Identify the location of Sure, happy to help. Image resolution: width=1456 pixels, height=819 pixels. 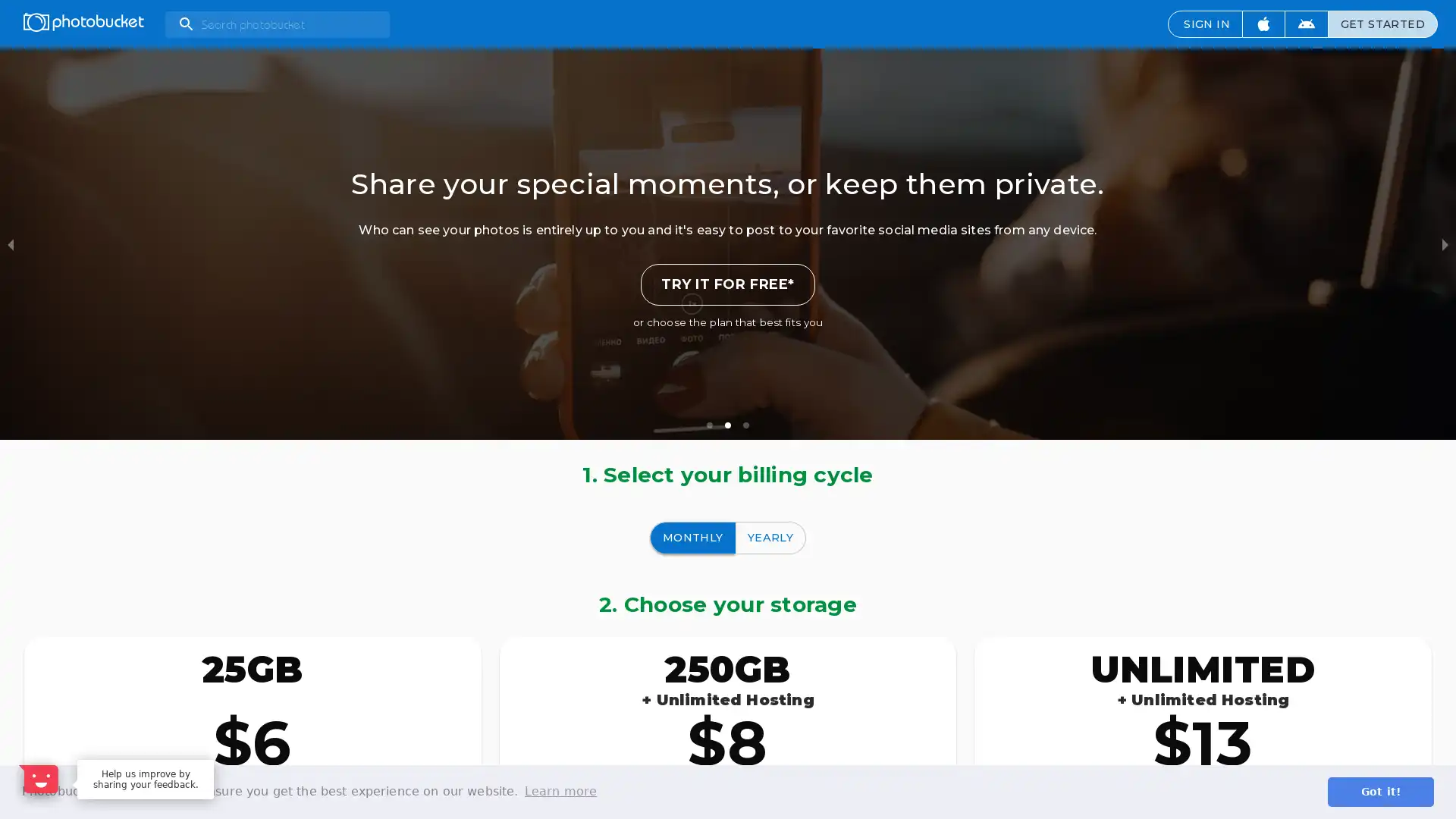
(1353, 759).